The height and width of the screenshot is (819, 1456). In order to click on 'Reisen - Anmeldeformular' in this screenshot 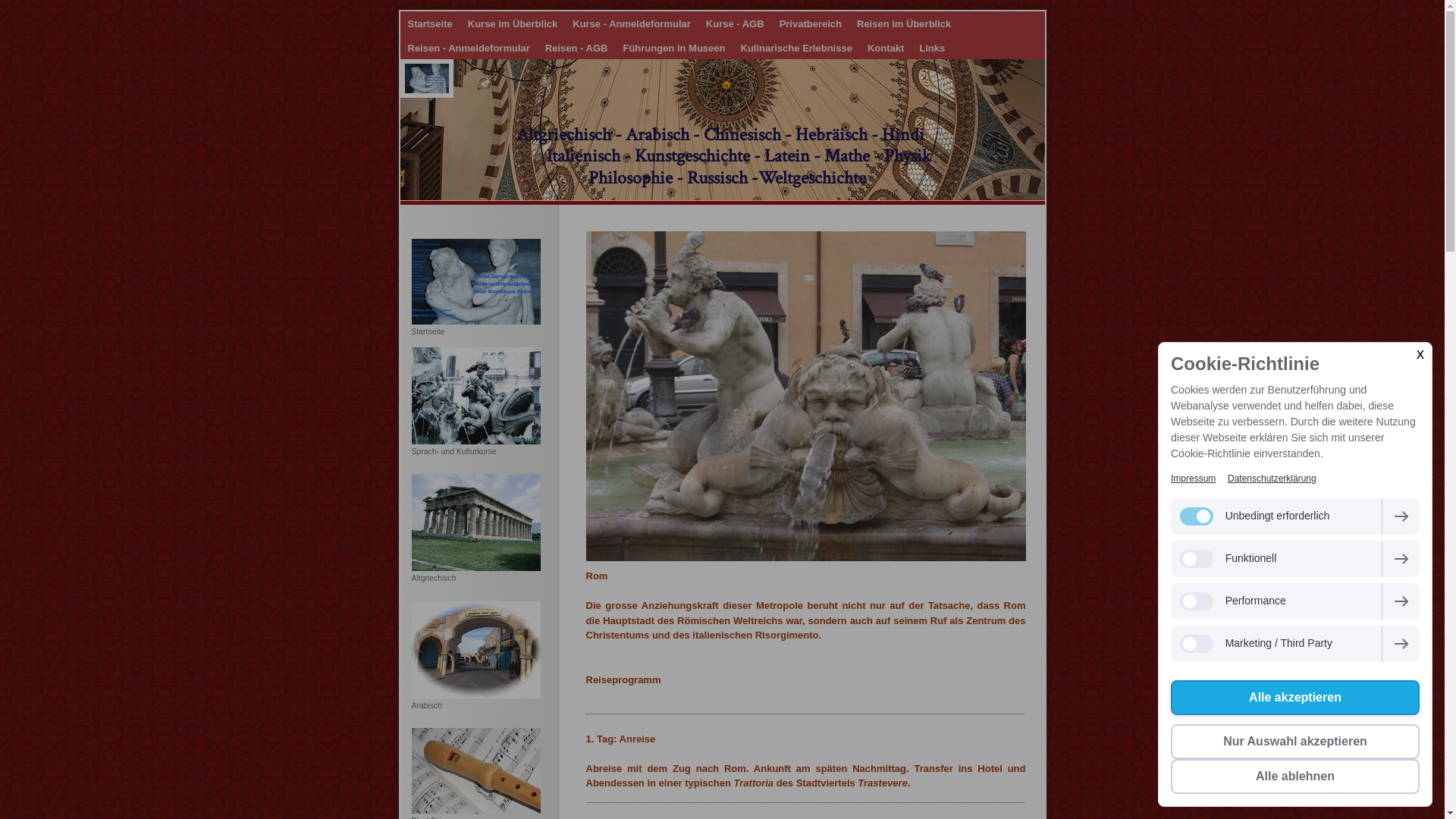, I will do `click(468, 46)`.